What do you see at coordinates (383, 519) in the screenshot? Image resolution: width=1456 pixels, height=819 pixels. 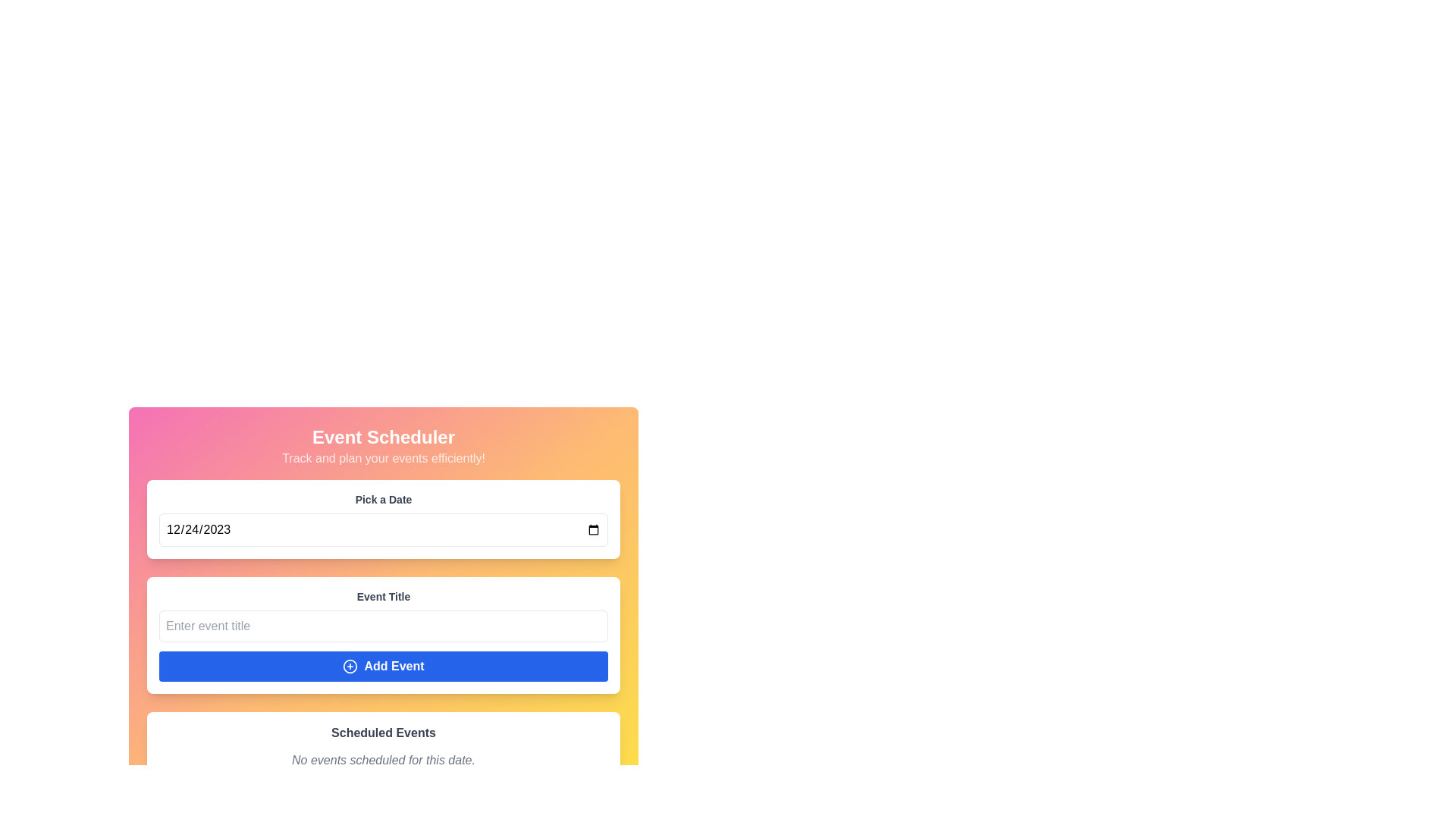 I see `the date input field of the 'Pick a Date' Form Input Group` at bounding box center [383, 519].